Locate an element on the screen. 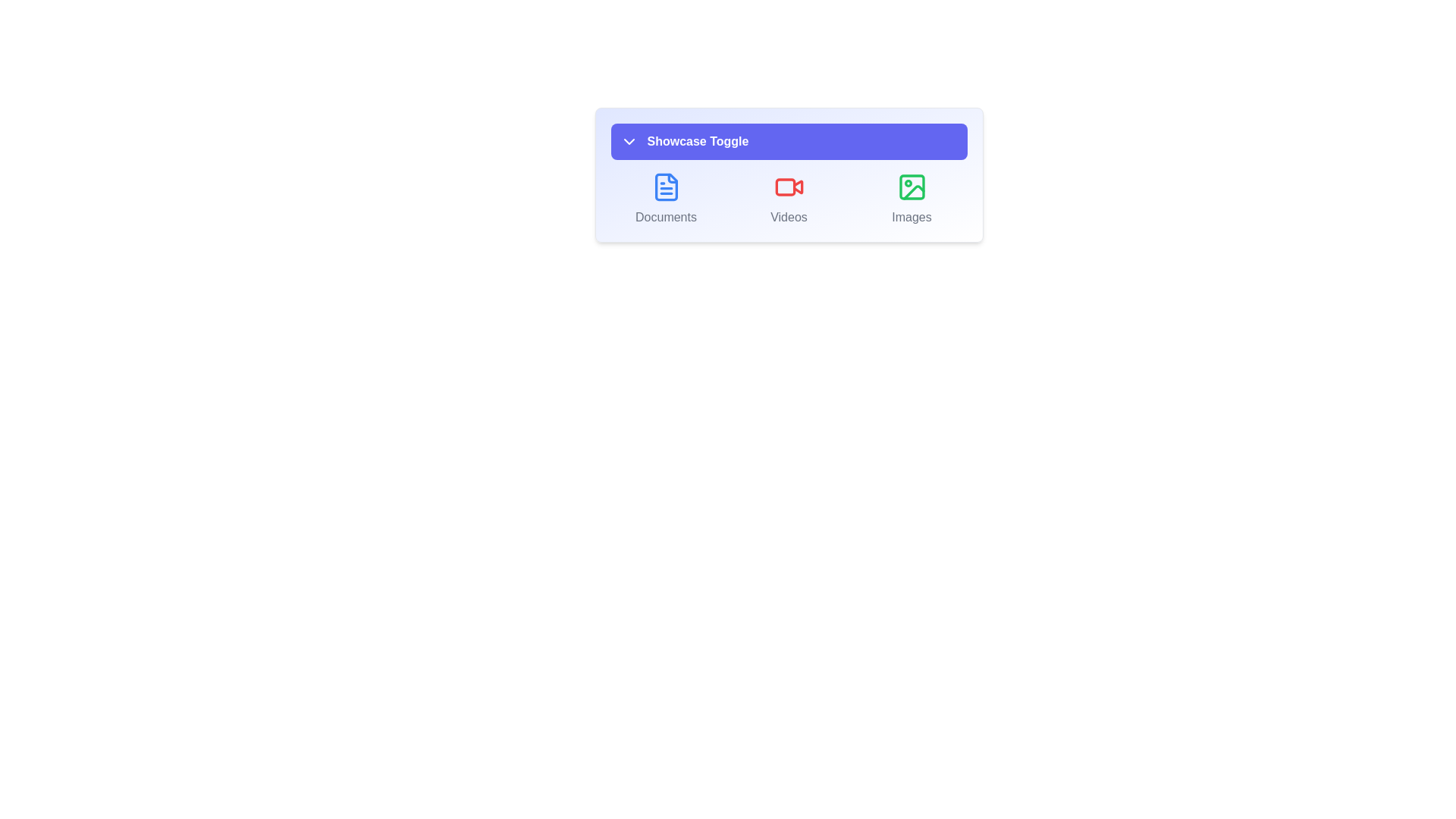 The height and width of the screenshot is (819, 1456). the central icon representing video features, located within the 'Videos' section of the icon row, to interact with the video feature is located at coordinates (797, 186).